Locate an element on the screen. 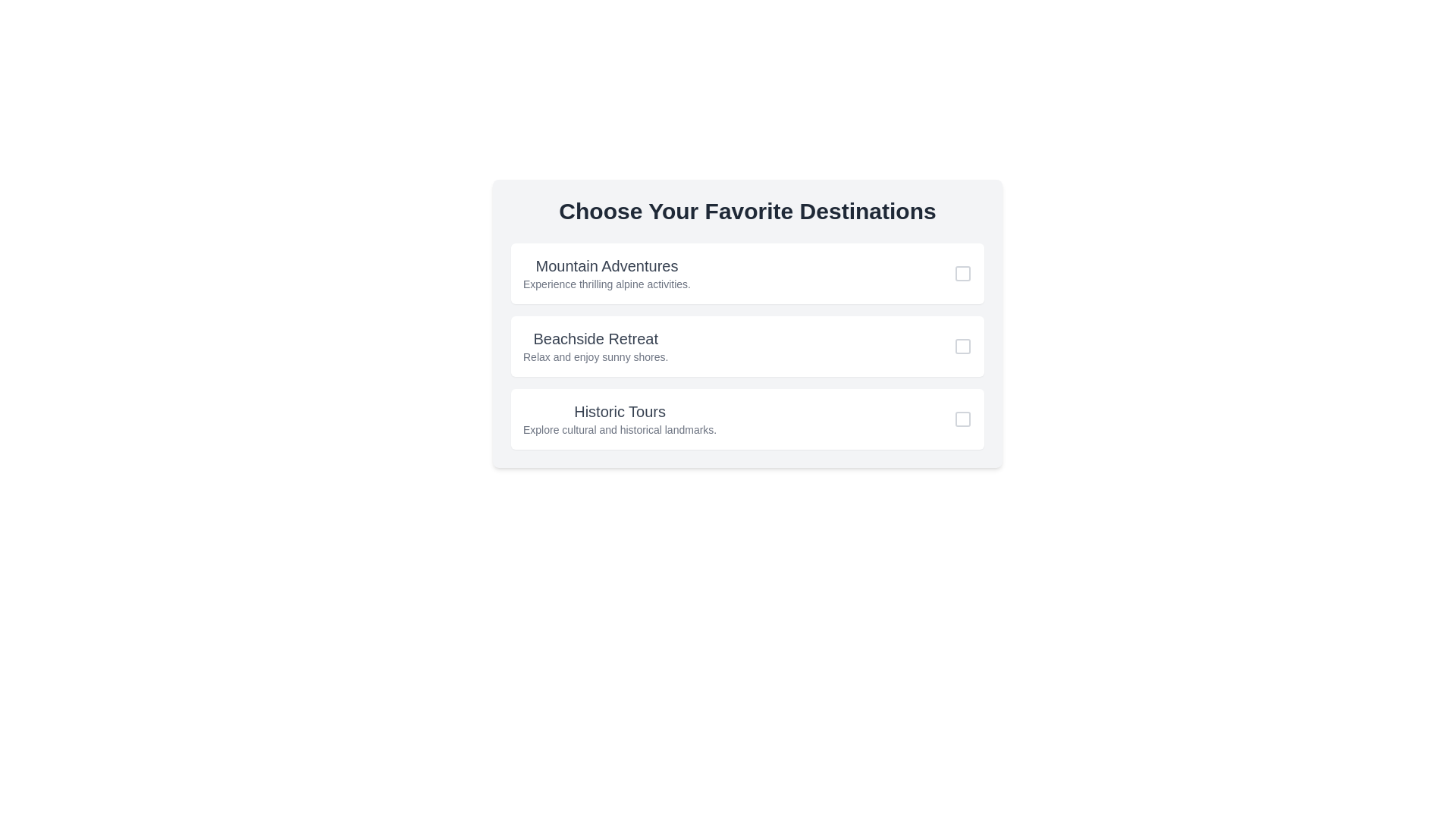  the Text Label element containing the text 'Explore cultural and historical landmarks.' which is located below the heading 'Historic Tours' is located at coordinates (620, 430).